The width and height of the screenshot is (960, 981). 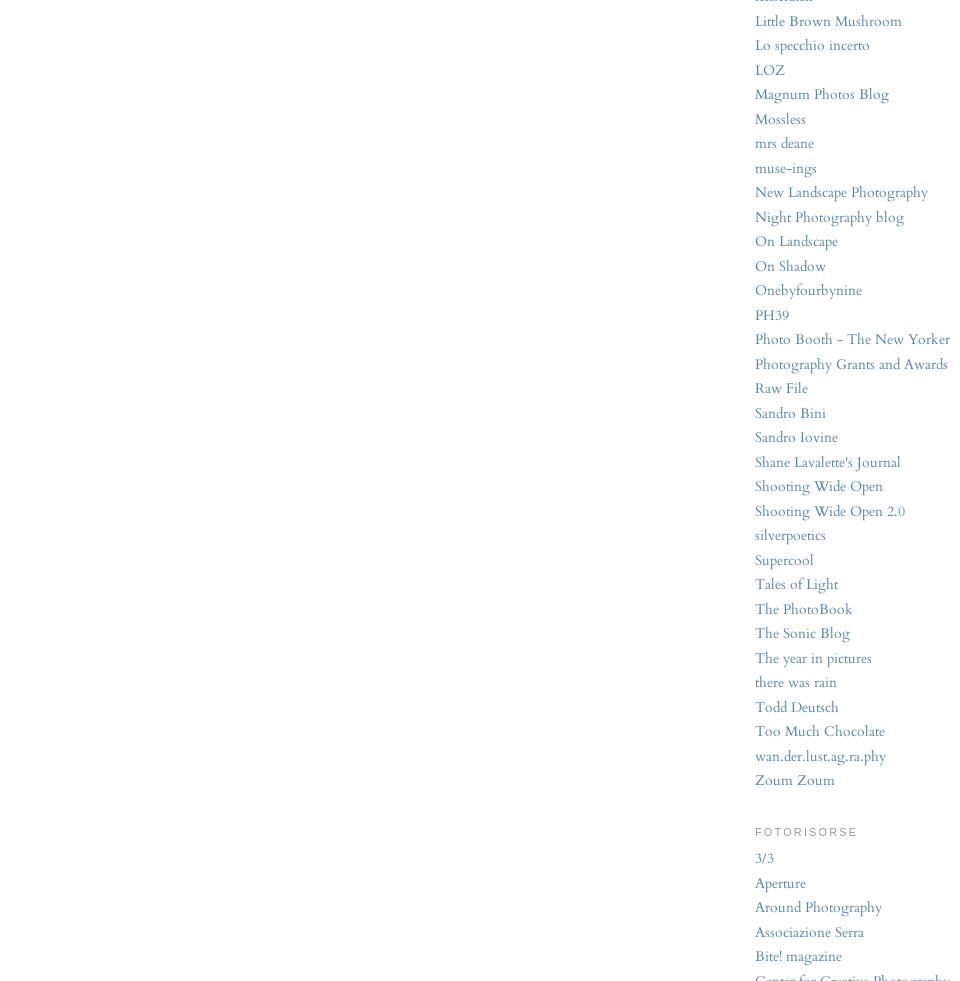 I want to click on 'wan.der.lust.ag.ra.phy', so click(x=820, y=755).